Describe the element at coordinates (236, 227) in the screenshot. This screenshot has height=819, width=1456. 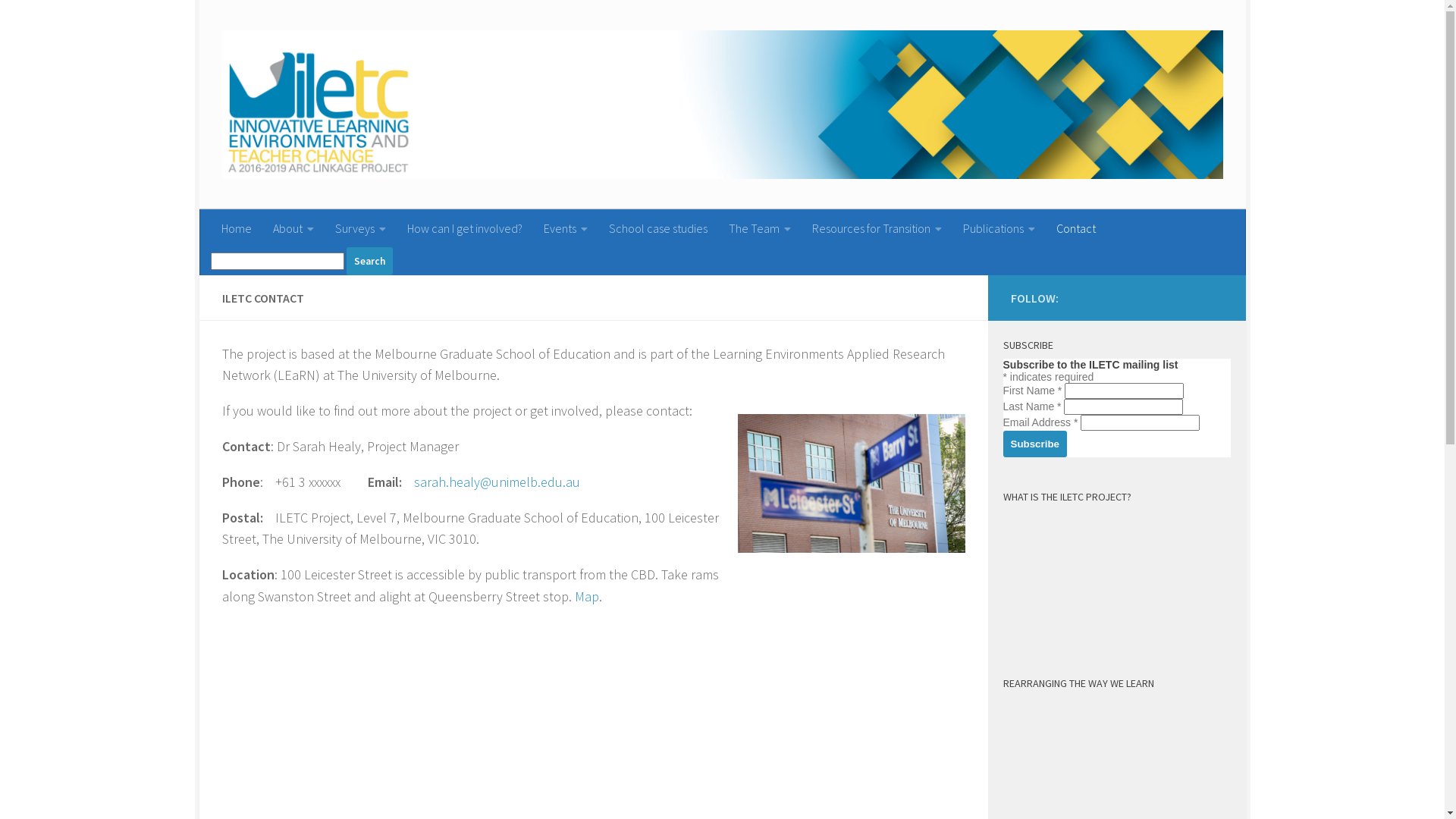
I see `'Home'` at that location.